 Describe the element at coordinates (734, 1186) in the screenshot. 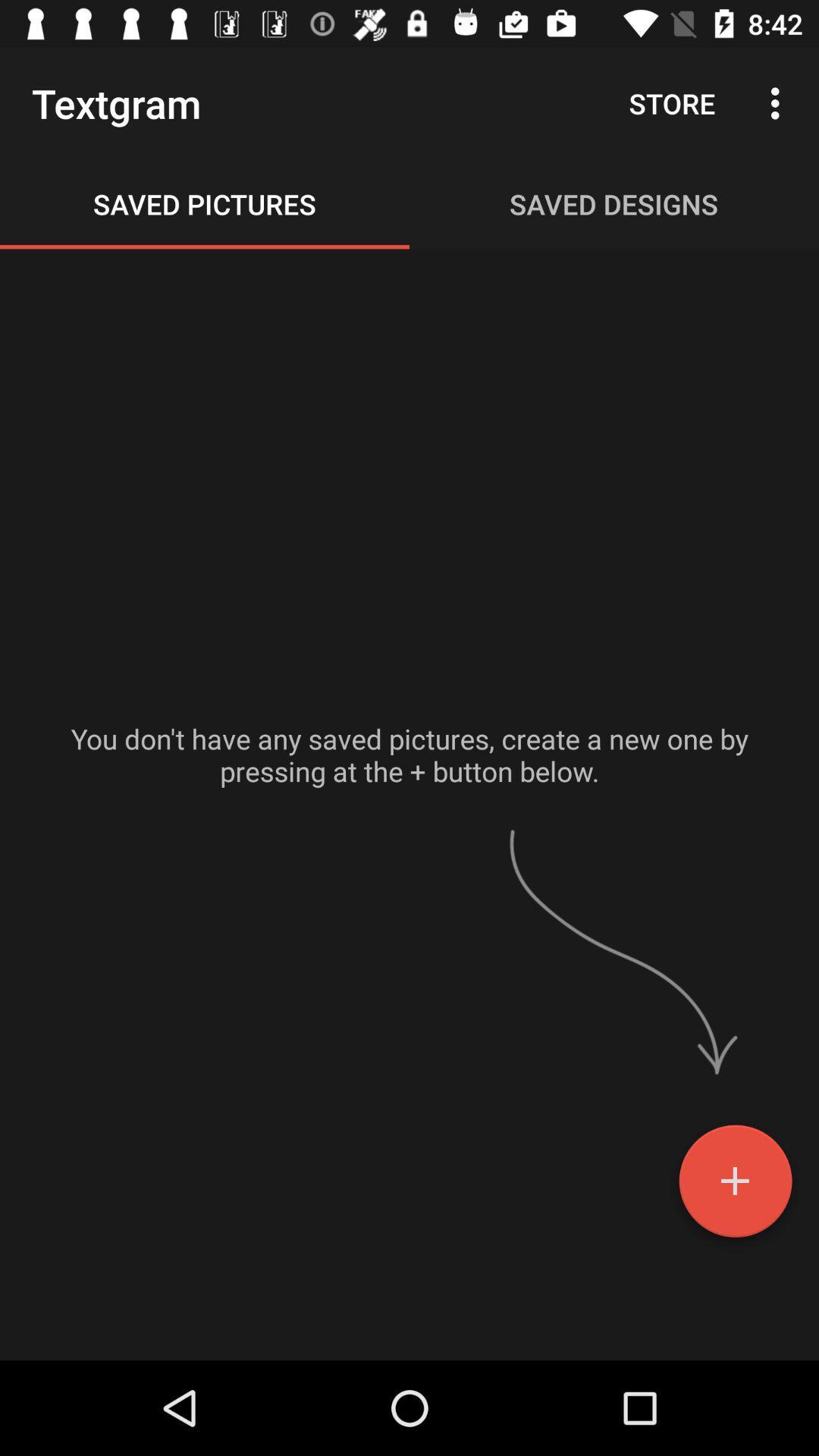

I see `use plus symbol enclosed in a circle to add pictures to your textgram` at that location.